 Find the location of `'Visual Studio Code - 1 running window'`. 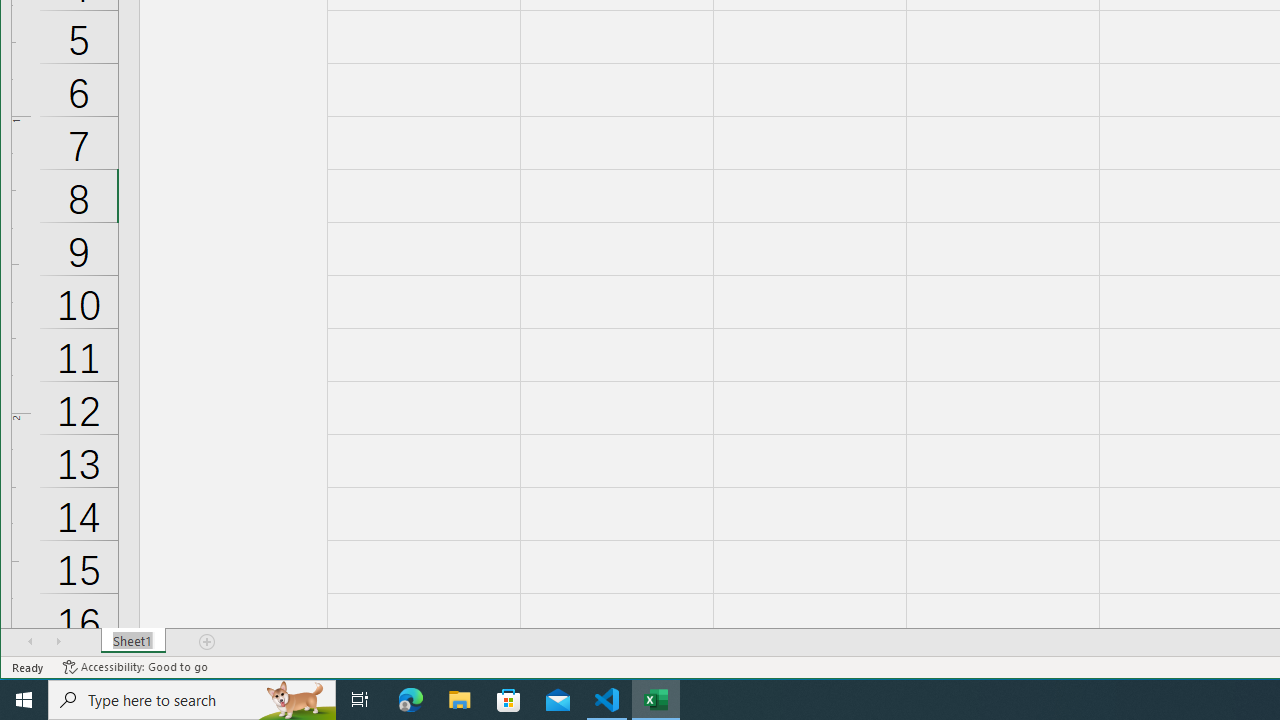

'Visual Studio Code - 1 running window' is located at coordinates (606, 698).